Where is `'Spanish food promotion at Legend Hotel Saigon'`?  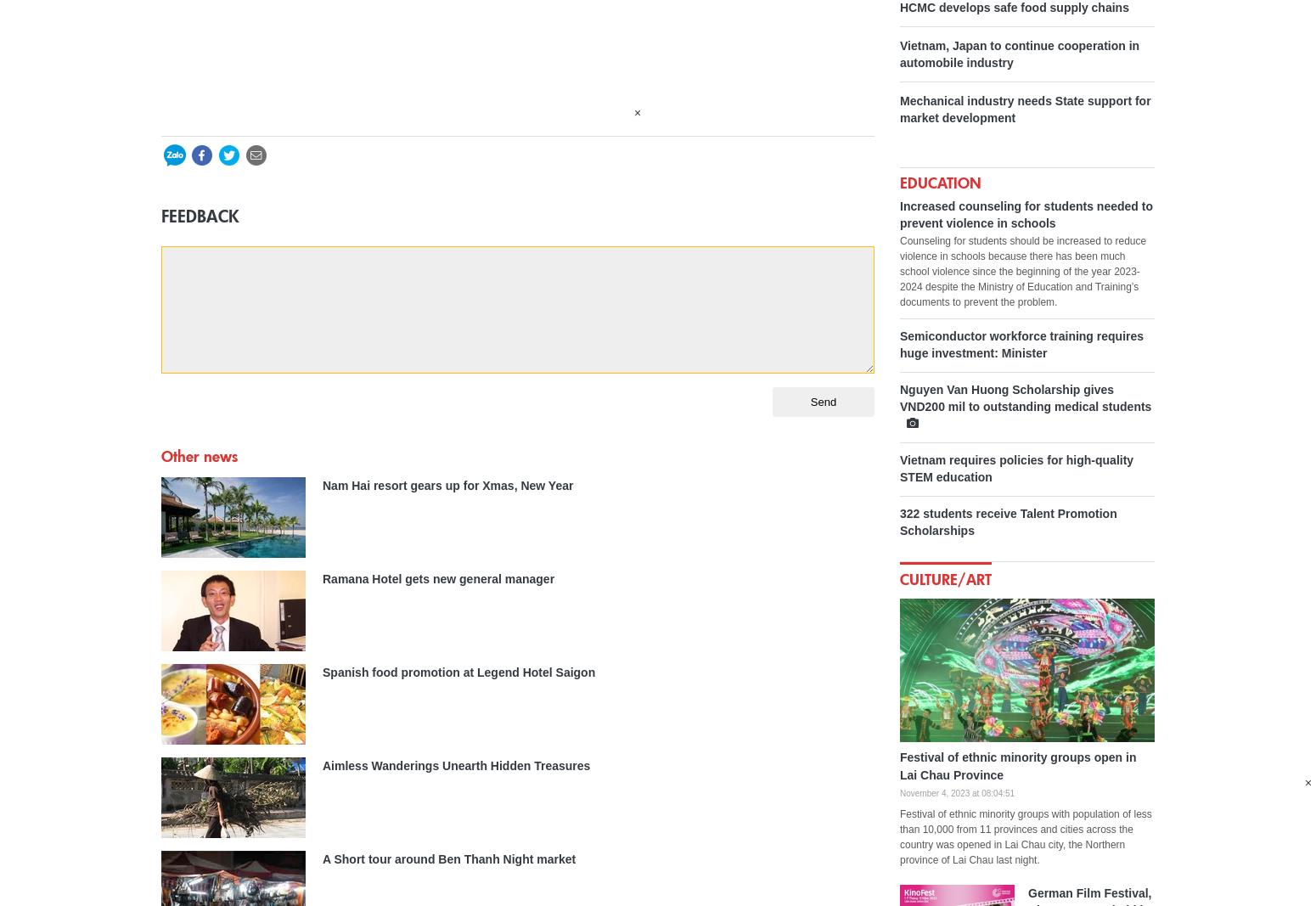
'Spanish food promotion at Legend Hotel Saigon' is located at coordinates (458, 672).